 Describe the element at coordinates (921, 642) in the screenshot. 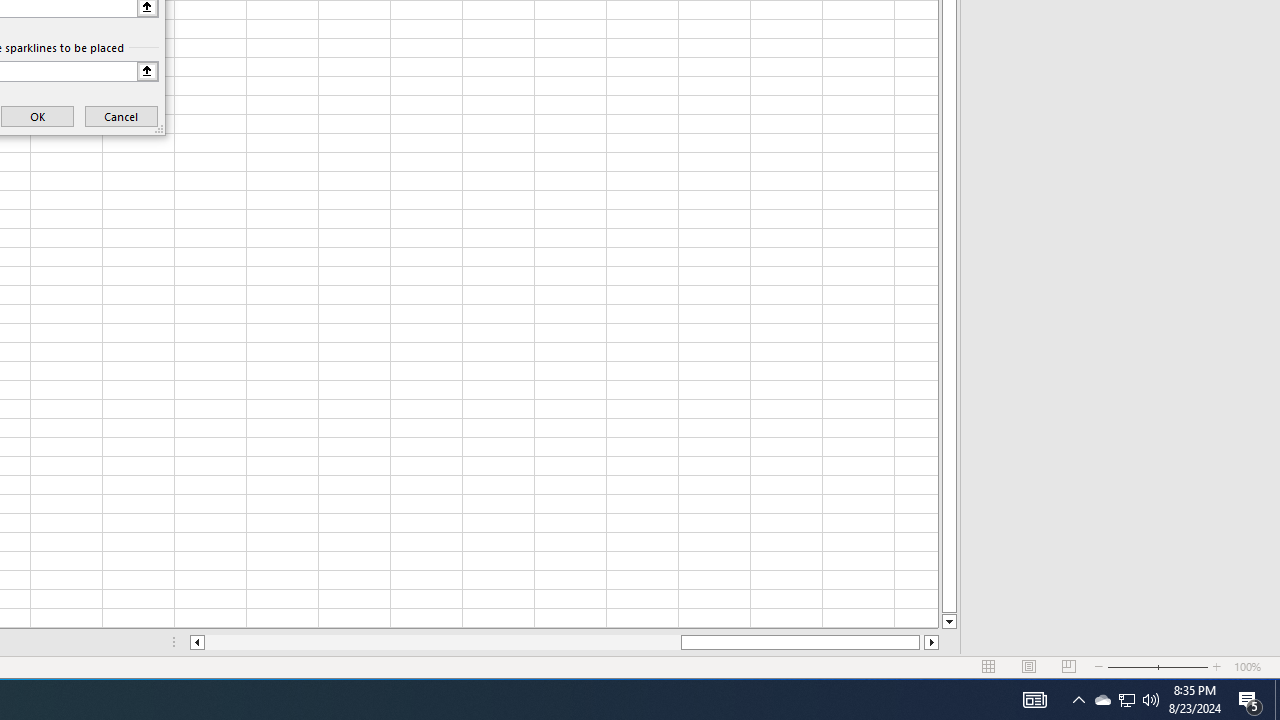

I see `'Page right'` at that location.